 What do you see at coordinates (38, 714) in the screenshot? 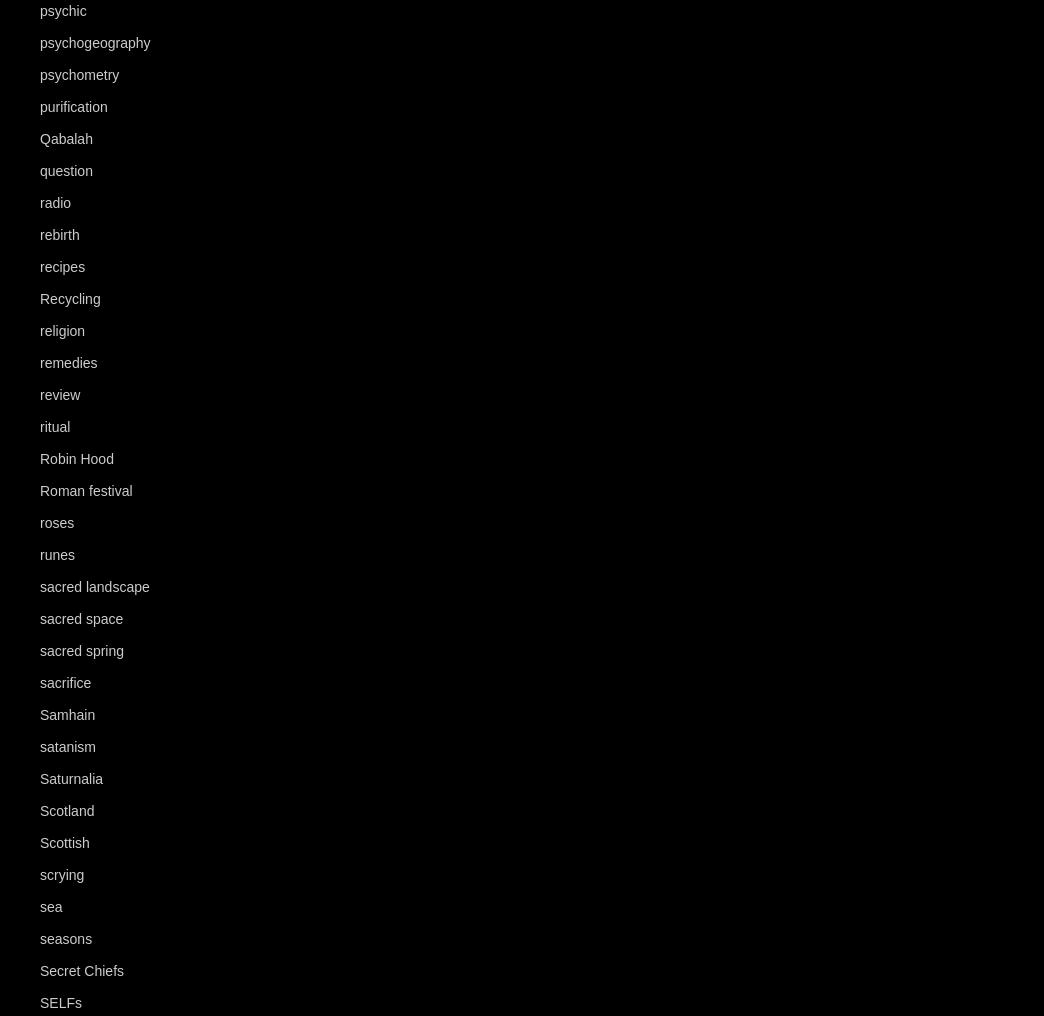
I see `'Samhain'` at bounding box center [38, 714].